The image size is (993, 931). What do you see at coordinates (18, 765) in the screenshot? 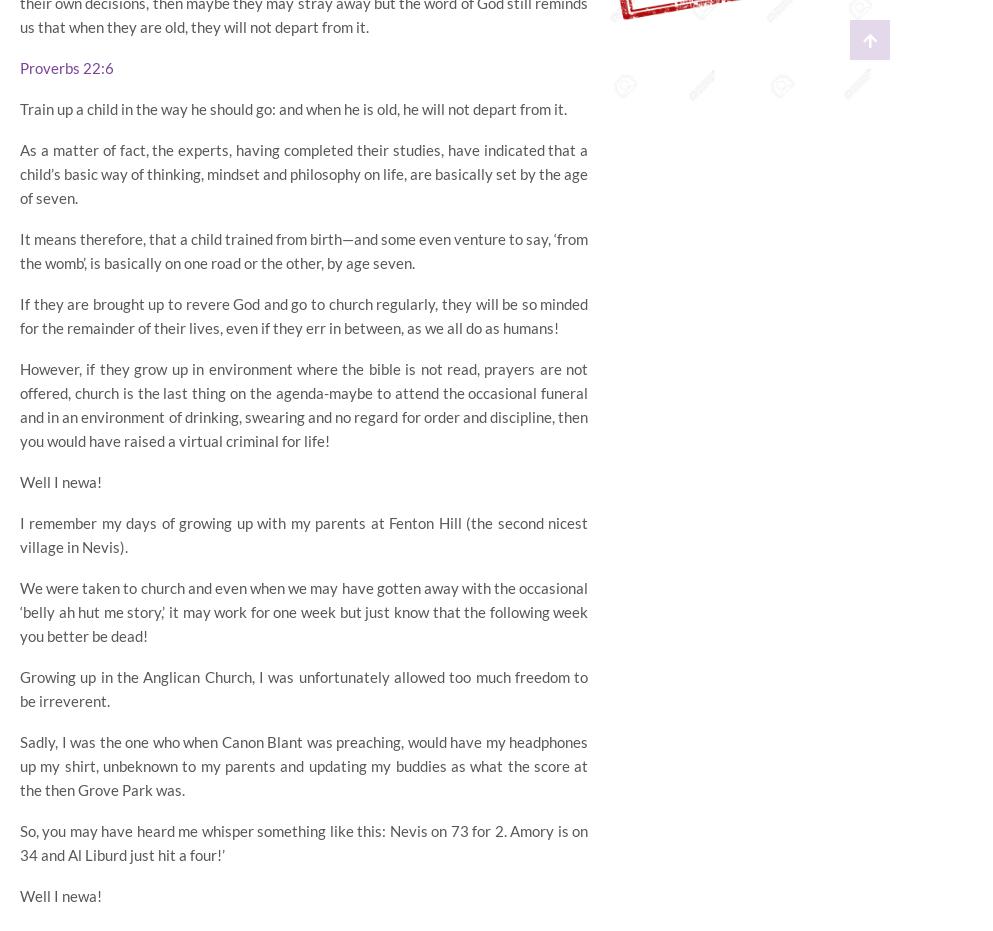
I see `'Sadly, I was the one who when Canon Blant was preaching, would have my headphones up my shirt, unbeknown to my parents and updating my buddies as what the score at the then Grove Park was.'` at bounding box center [18, 765].